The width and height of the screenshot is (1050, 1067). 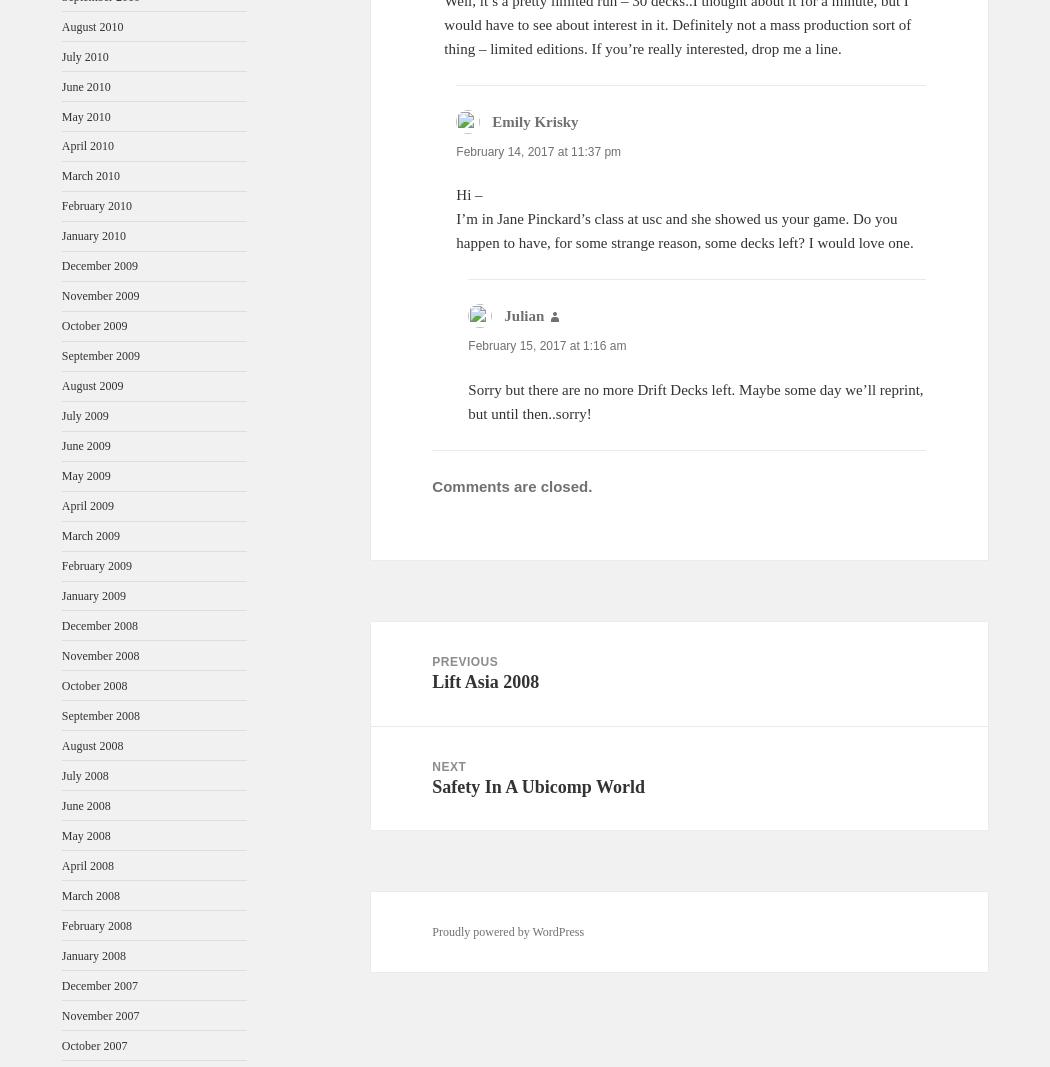 I want to click on 'I’m in Jane Pinckard’s class at usc and she showed us your game. Do you happen to have, for some strange reason, some decks left? I would love one.', so click(x=456, y=231).